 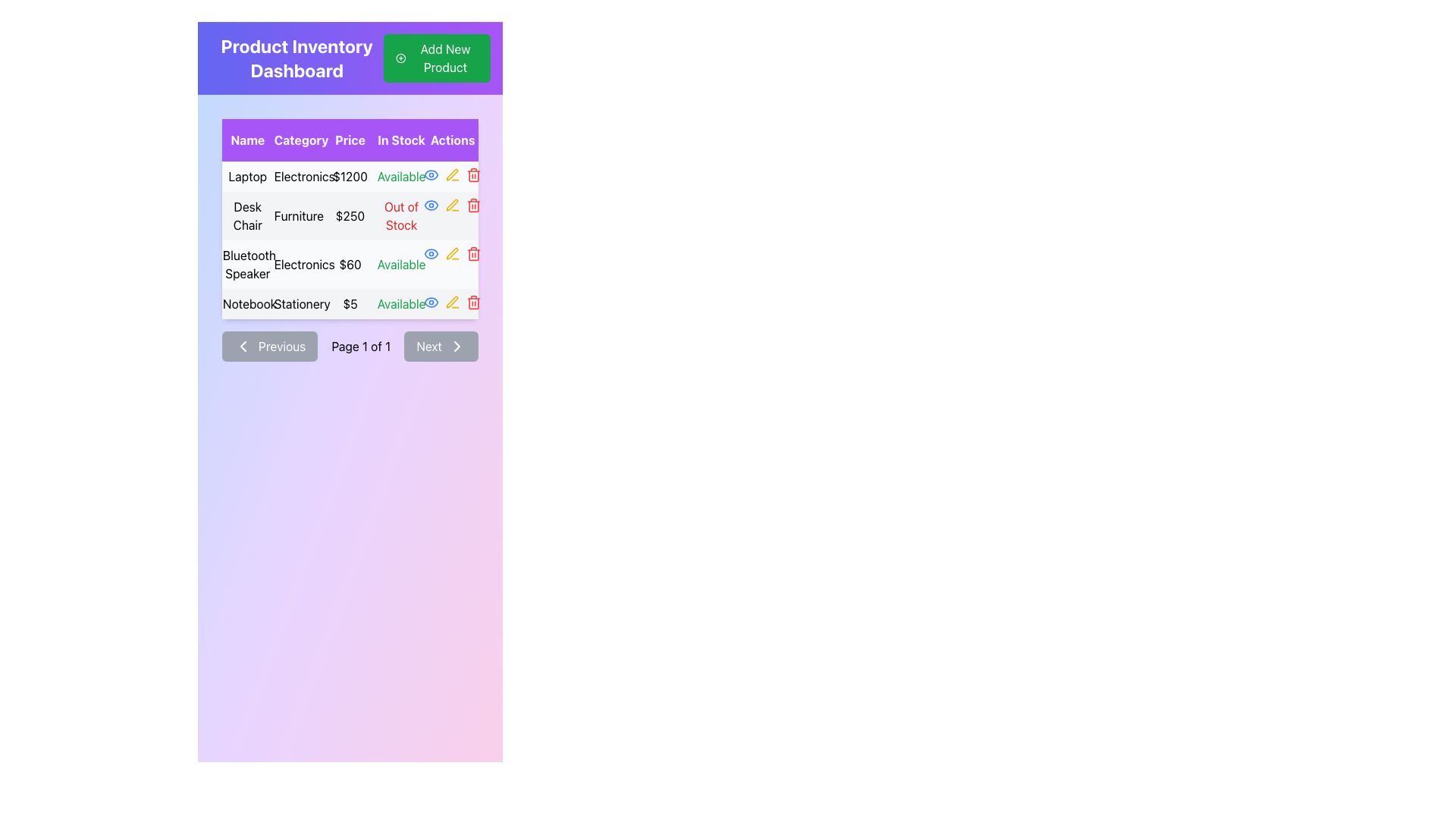 What do you see at coordinates (299, 140) in the screenshot?
I see `the 'Category' header label, which is the second item in a horizontal row of headers with a purple background and bold white text` at bounding box center [299, 140].